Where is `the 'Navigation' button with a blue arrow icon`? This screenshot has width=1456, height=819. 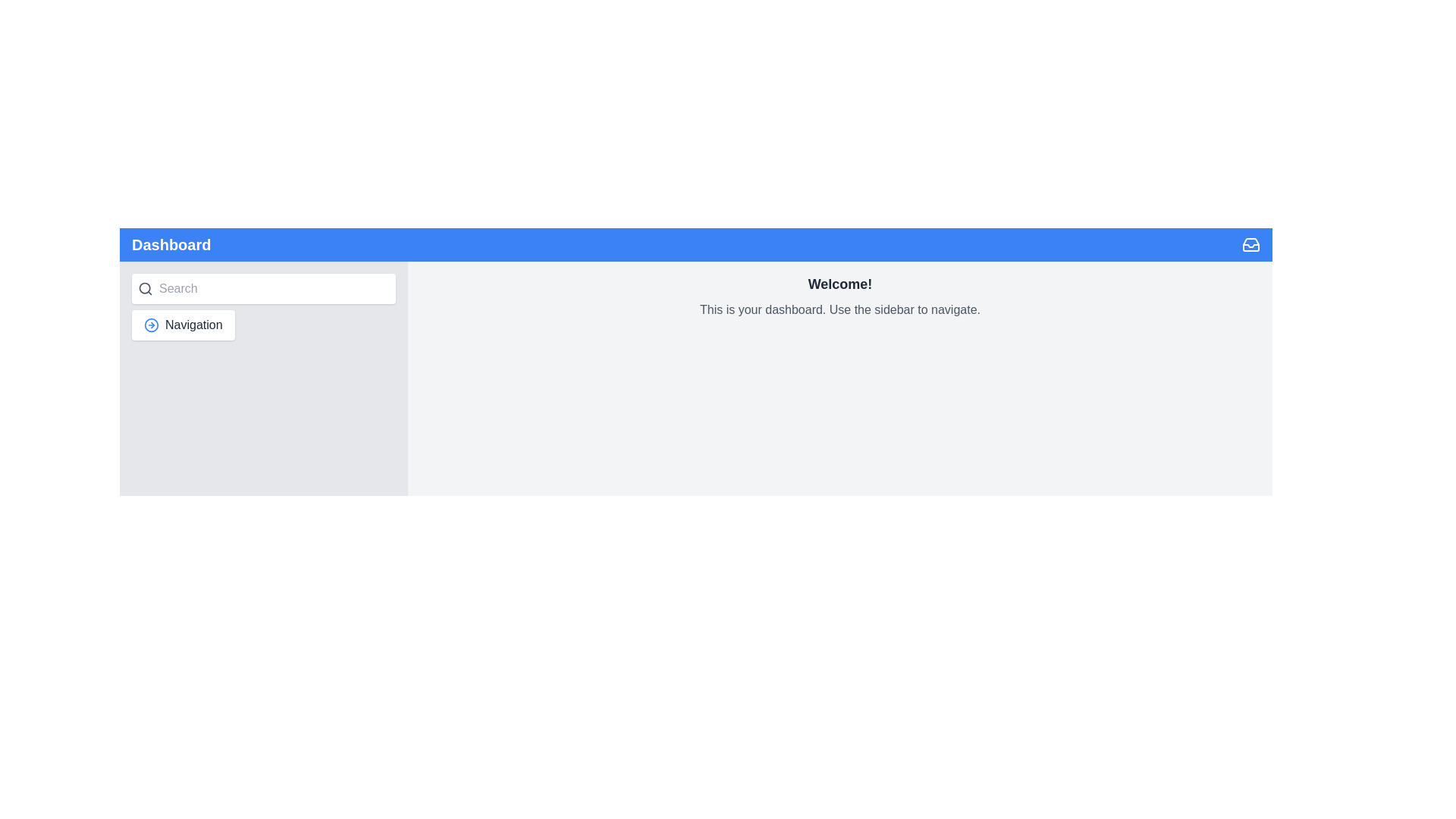 the 'Navigation' button with a blue arrow icon is located at coordinates (182, 324).